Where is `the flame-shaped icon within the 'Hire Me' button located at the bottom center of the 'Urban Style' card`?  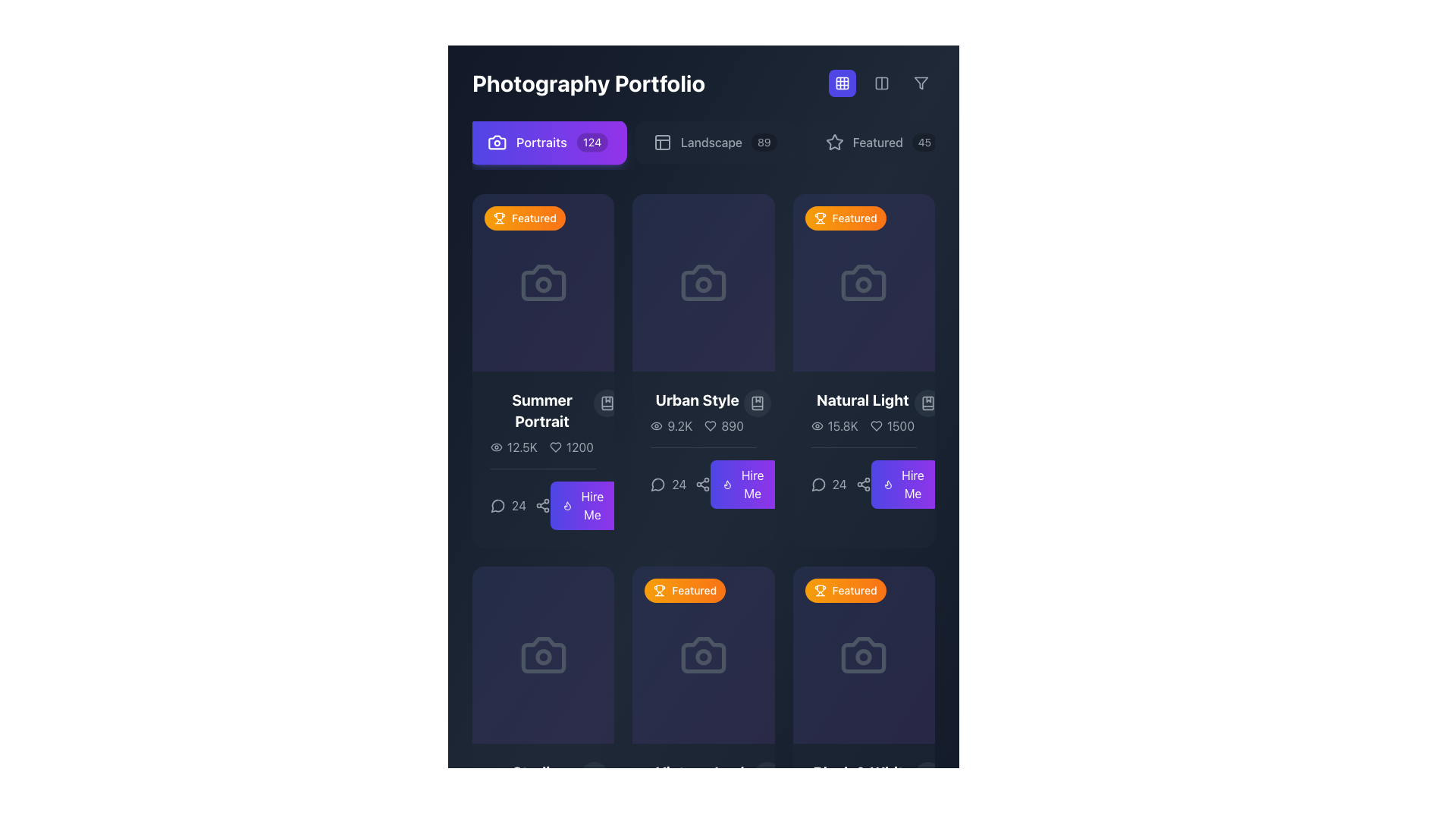
the flame-shaped icon within the 'Hire Me' button located at the bottom center of the 'Urban Style' card is located at coordinates (566, 506).